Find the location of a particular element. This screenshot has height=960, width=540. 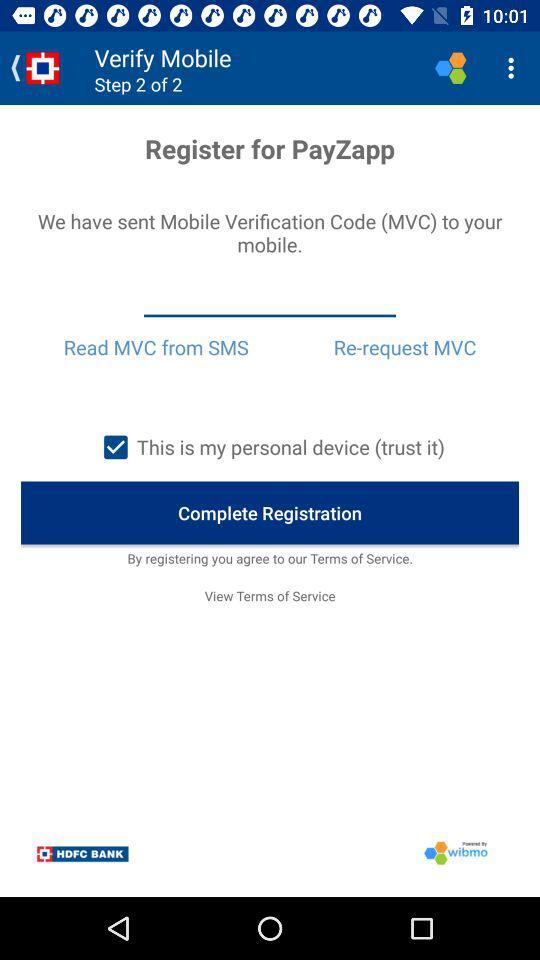

mvc text field is located at coordinates (270, 298).